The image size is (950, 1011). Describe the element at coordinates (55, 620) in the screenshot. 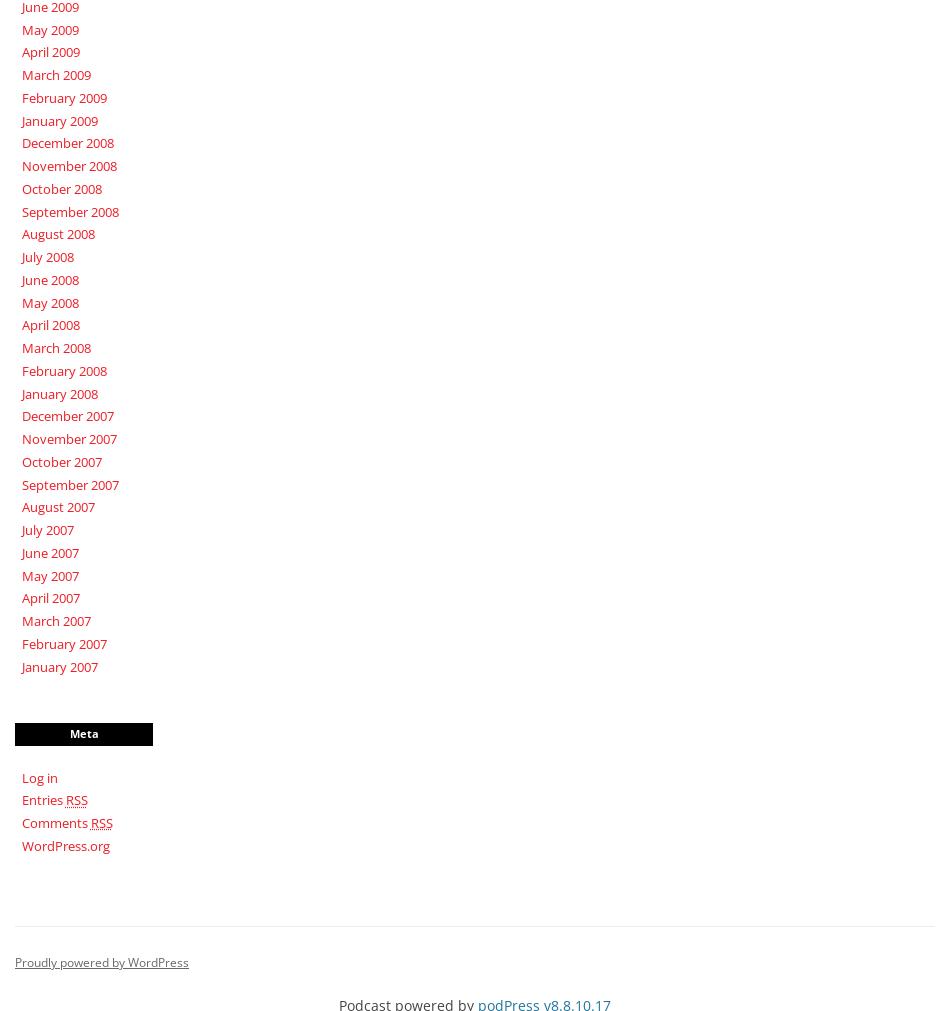

I see `'March 2007'` at that location.